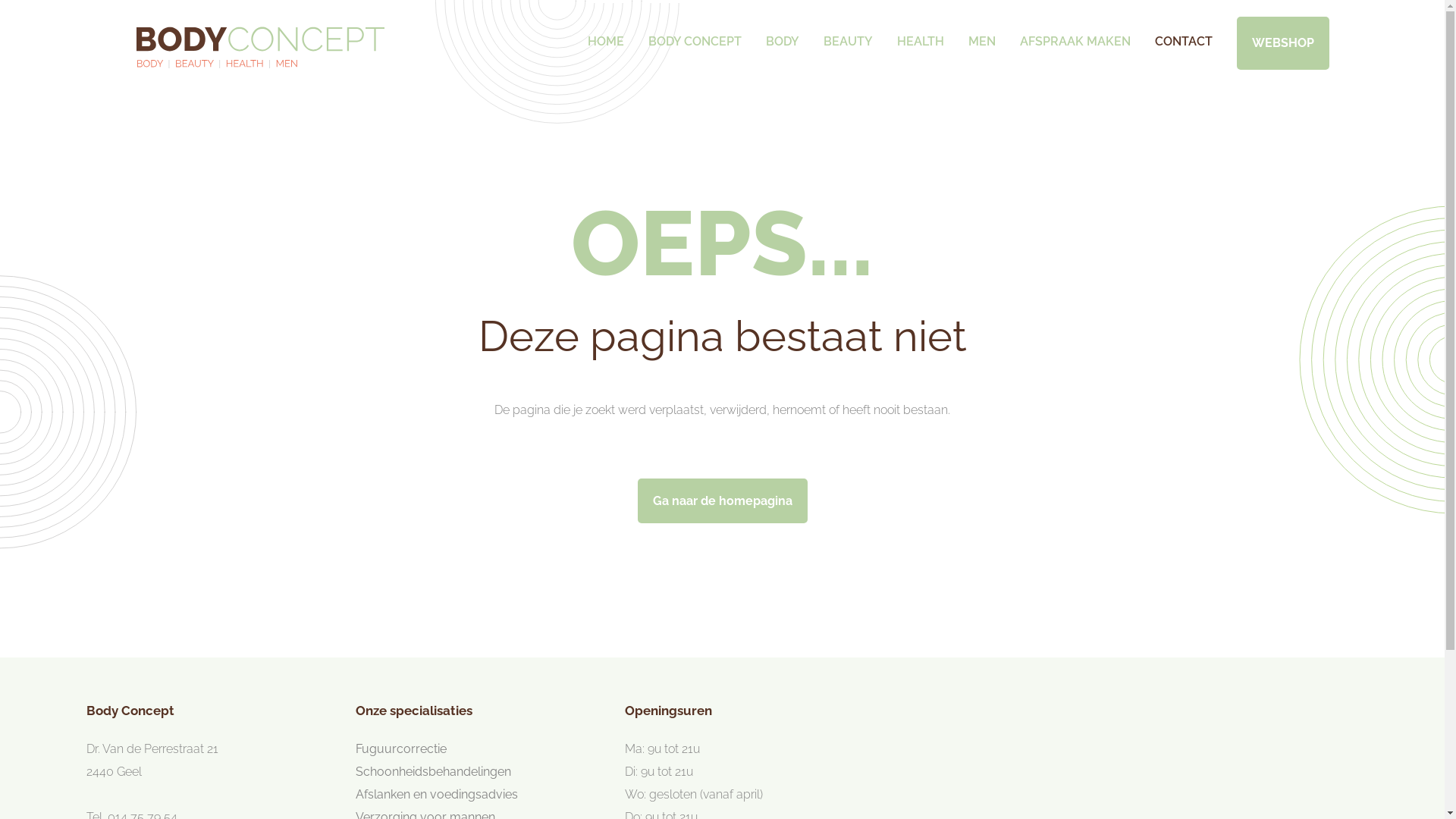  What do you see at coordinates (604, 33) in the screenshot?
I see `'HOME'` at bounding box center [604, 33].